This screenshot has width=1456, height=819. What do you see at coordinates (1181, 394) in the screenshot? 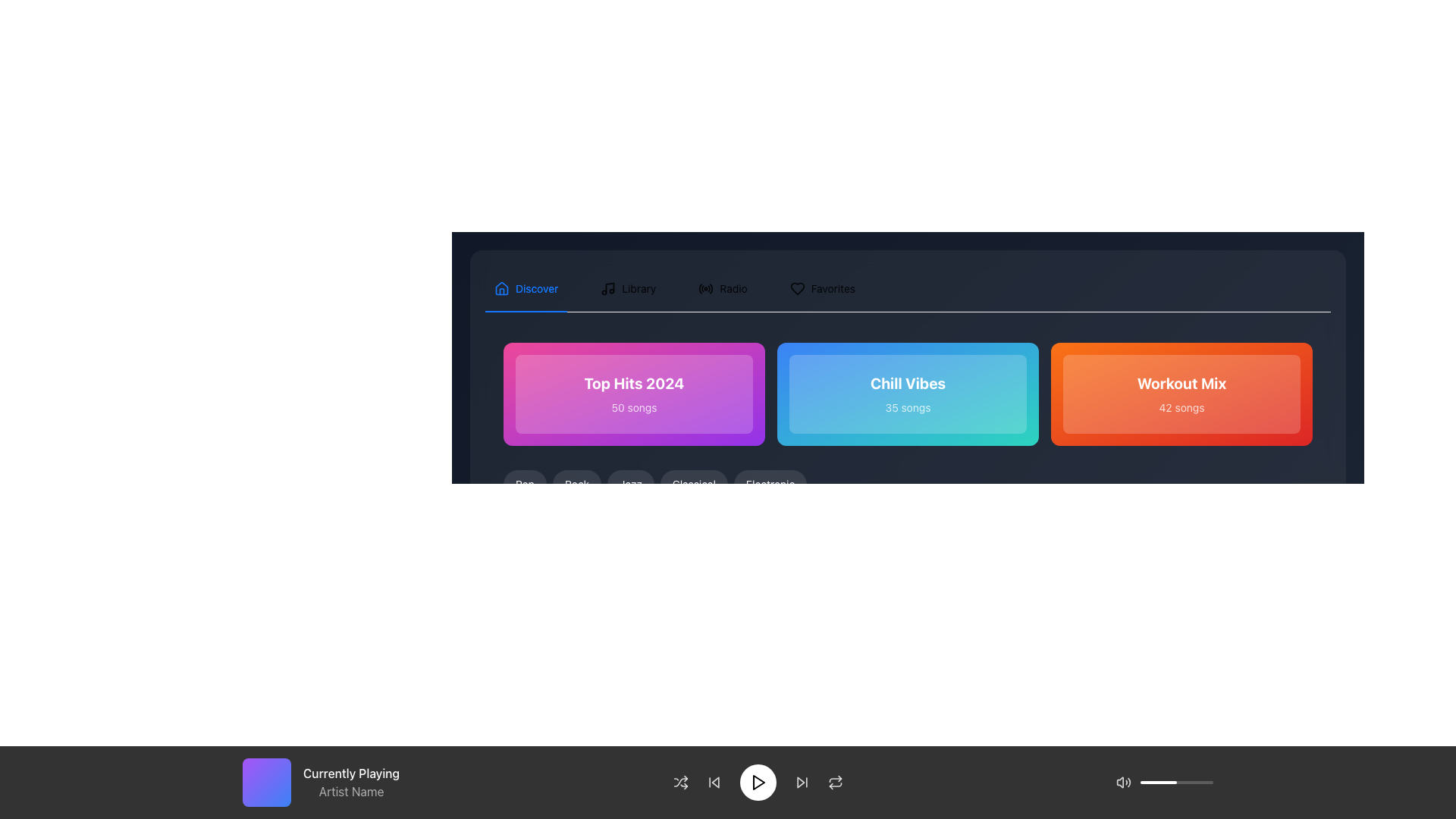
I see `the third clickable card labeled 'Workout Mix'` at bounding box center [1181, 394].